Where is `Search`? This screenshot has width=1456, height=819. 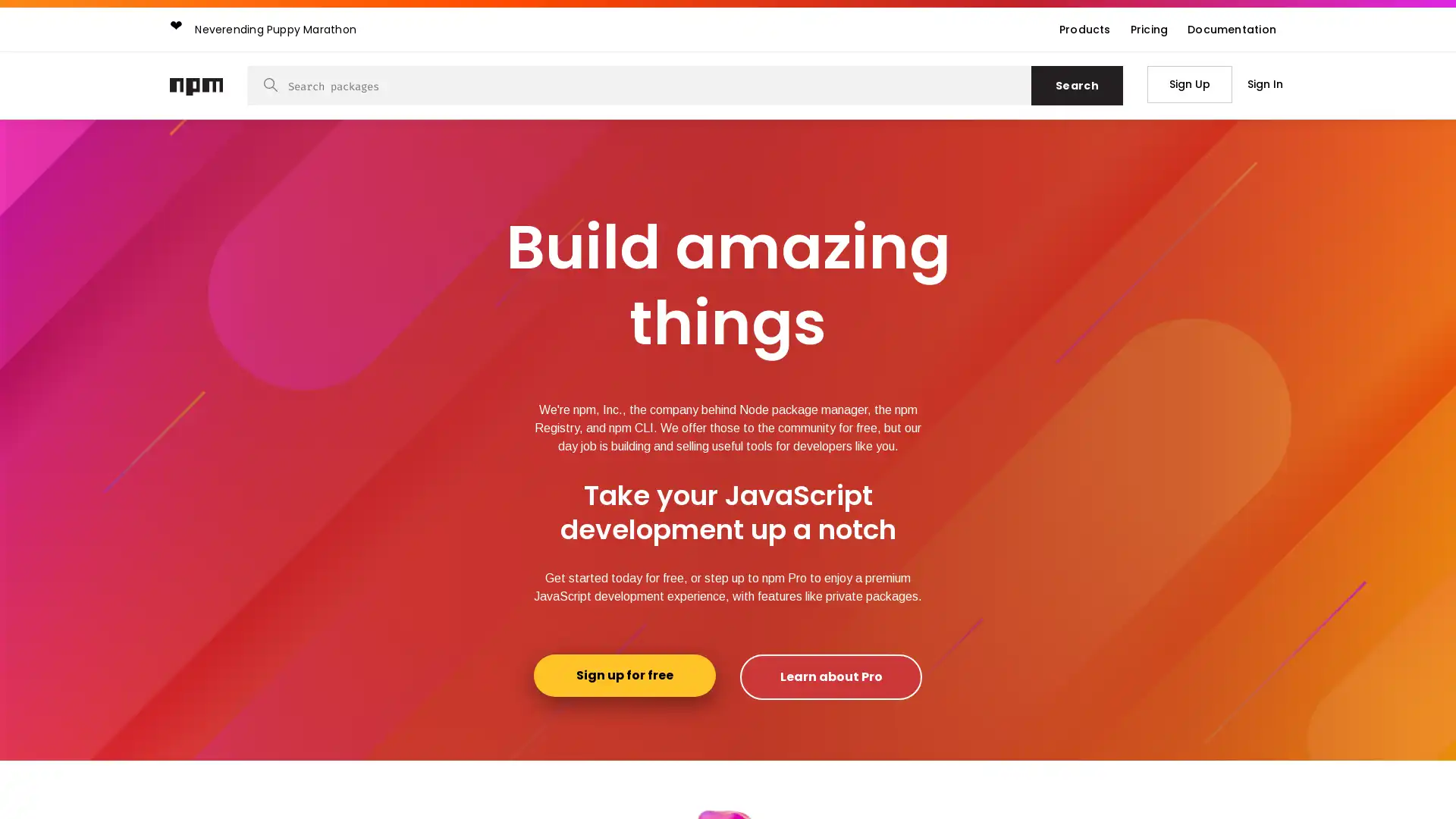 Search is located at coordinates (1076, 85).